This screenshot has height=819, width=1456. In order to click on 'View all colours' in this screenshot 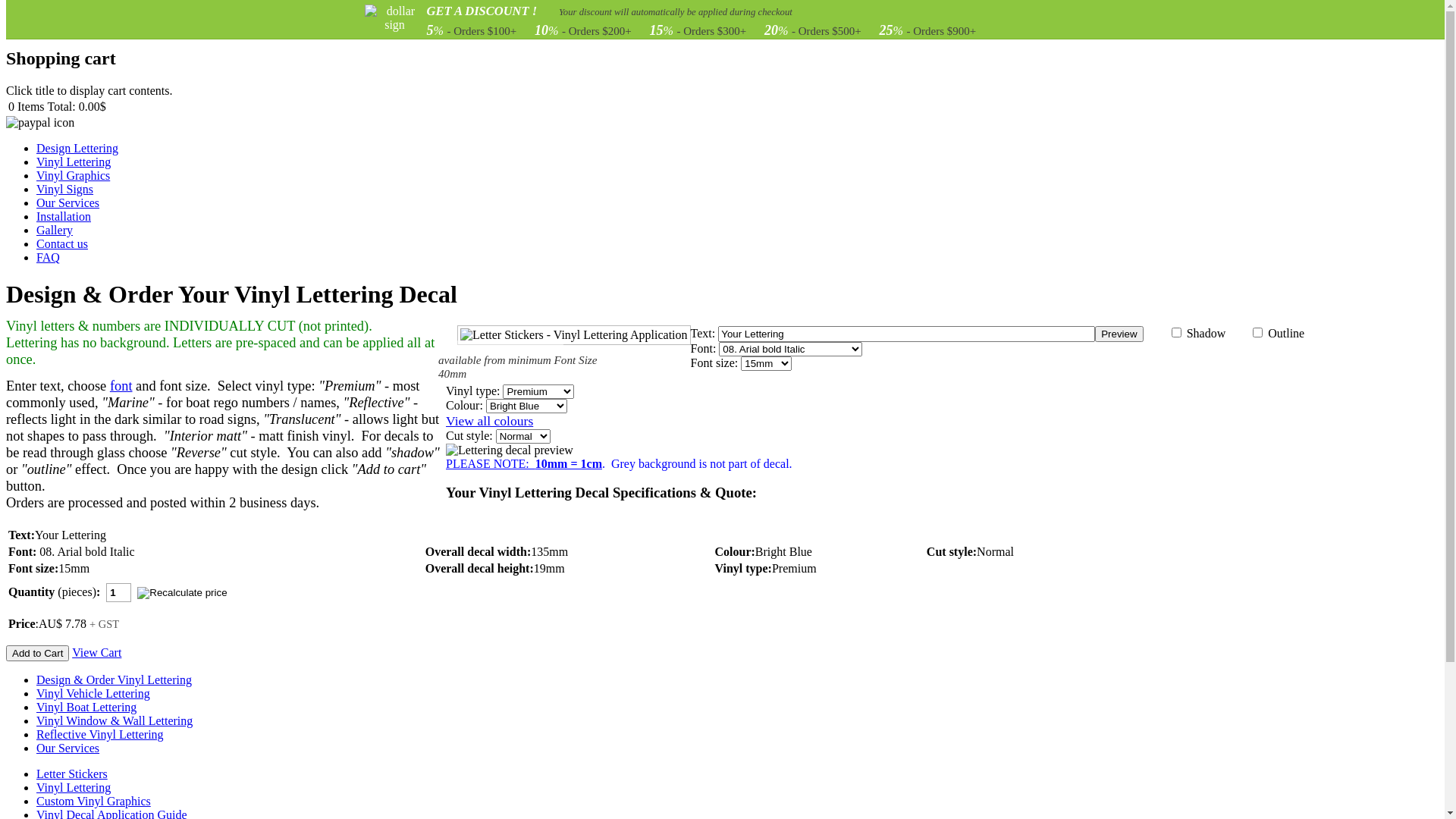, I will do `click(445, 421)`.